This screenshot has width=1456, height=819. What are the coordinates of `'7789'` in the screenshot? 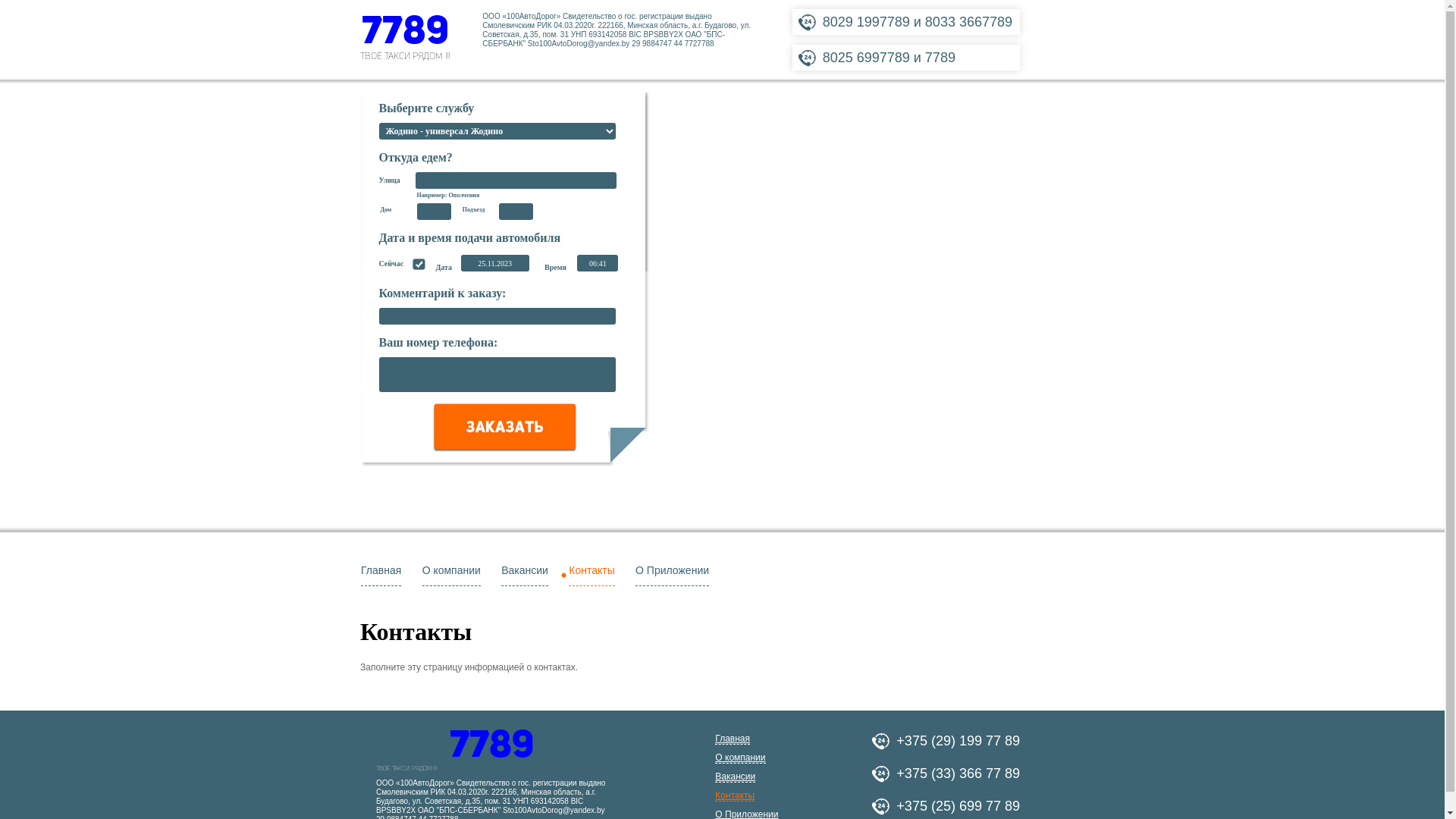 It's located at (375, 745).